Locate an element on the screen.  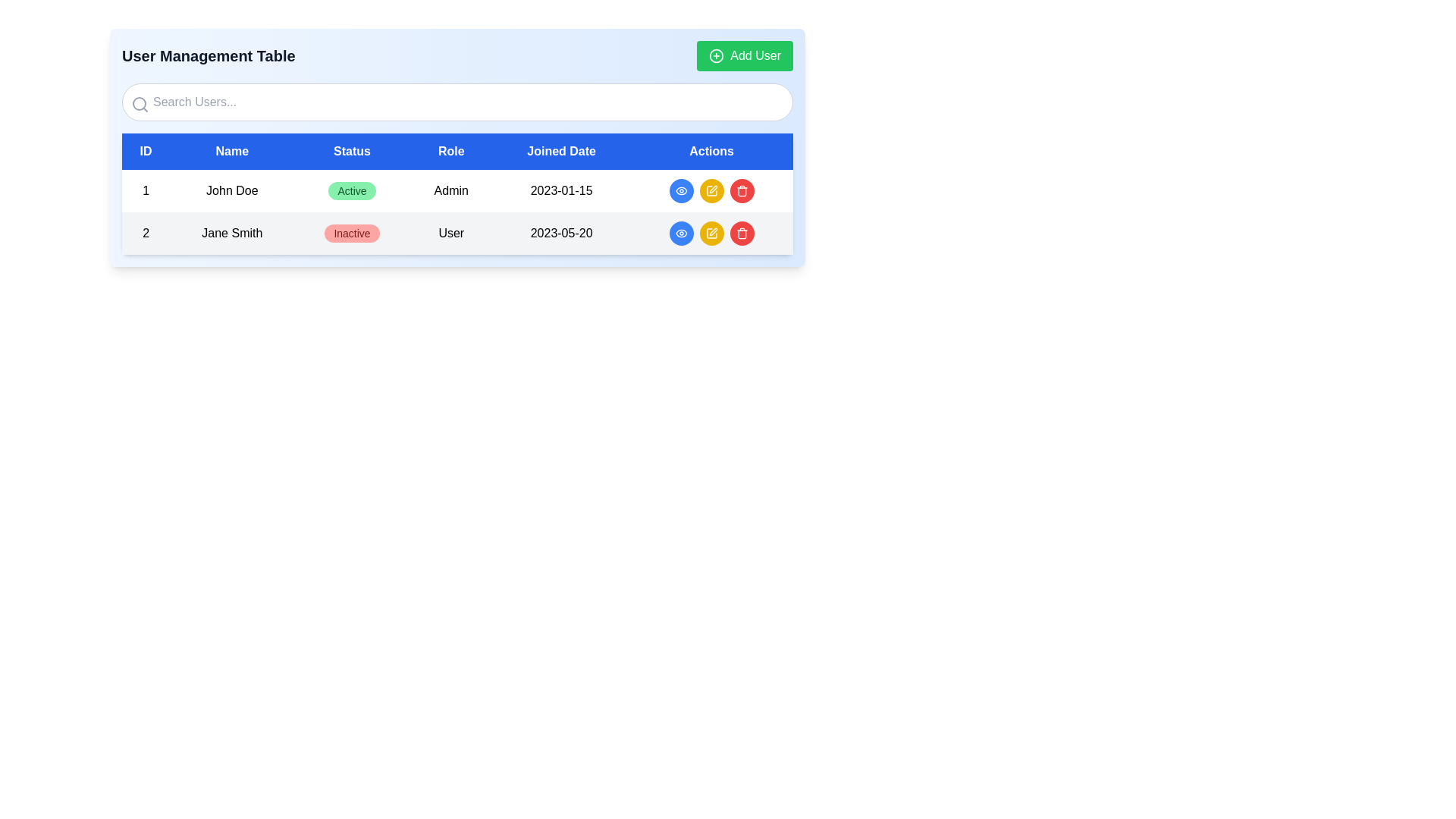
the trash bin icon representing the delete action for user 'Jane Smith' located in the second row of the 'Actions' column is located at coordinates (742, 191).